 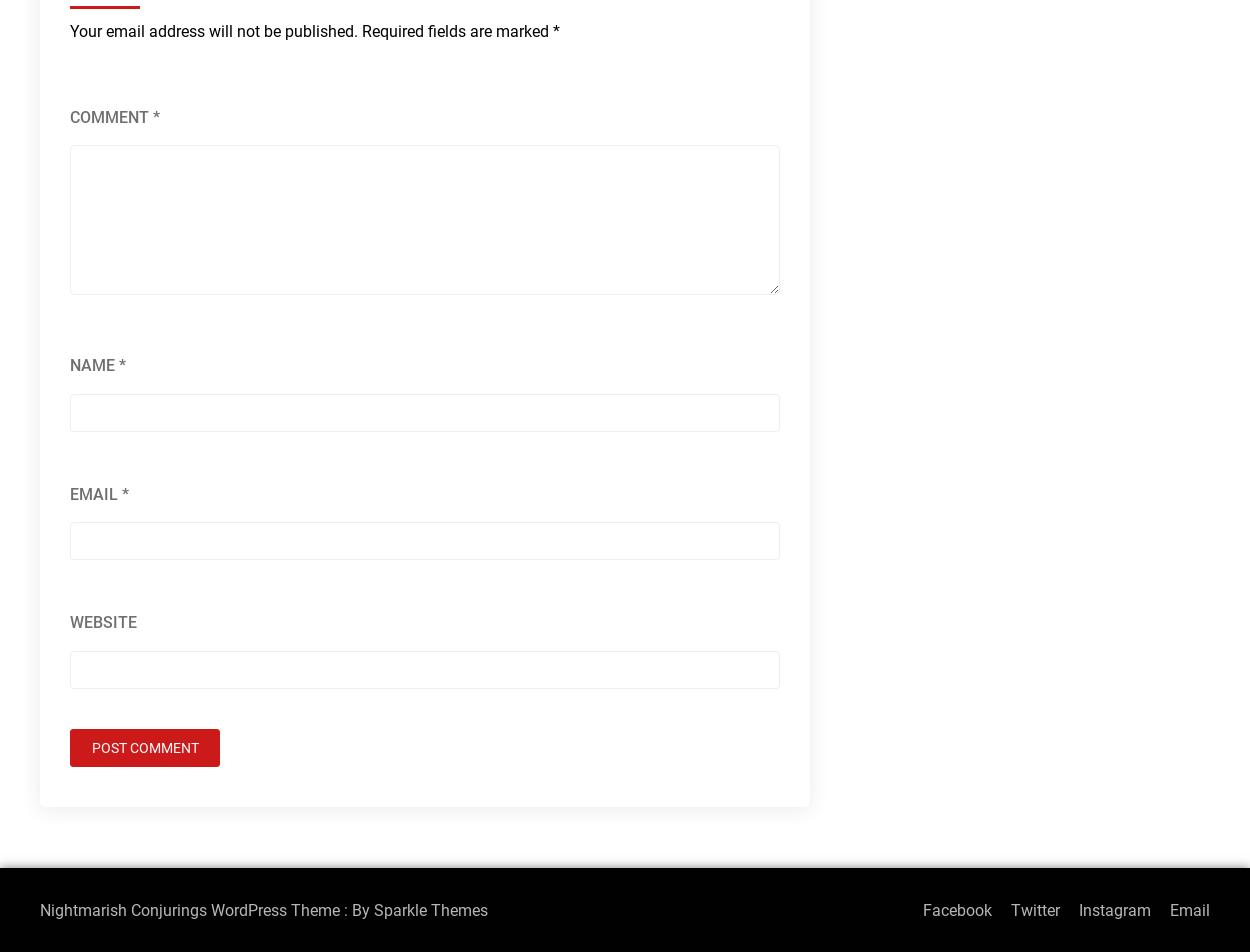 What do you see at coordinates (431, 909) in the screenshot?
I see `'Sparkle Themes'` at bounding box center [431, 909].